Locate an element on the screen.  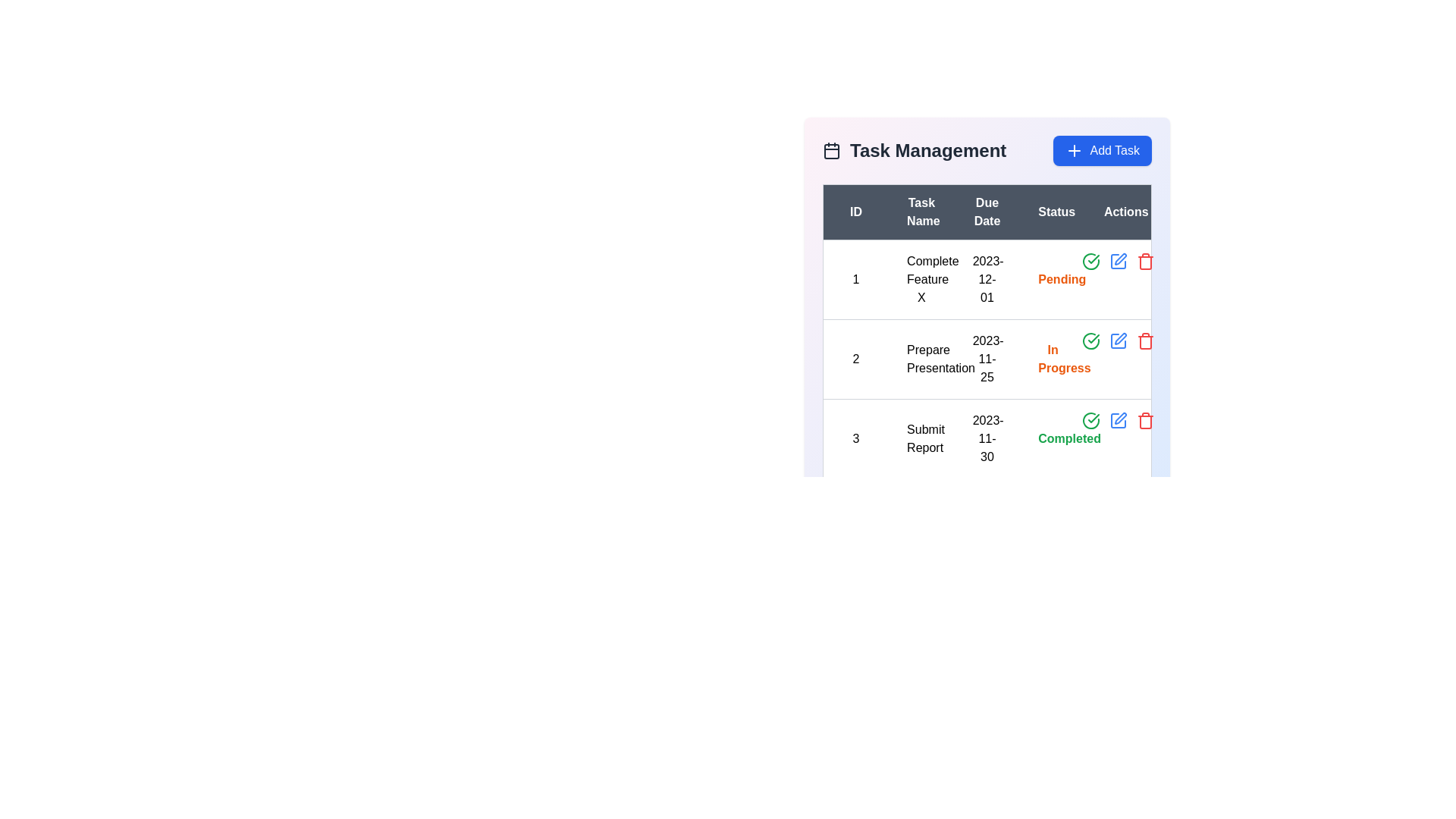
the Text label indicating the status 'Pending' for the task 'Complete Feature X' in the 'Status' column of the table is located at coordinates (1052, 280).